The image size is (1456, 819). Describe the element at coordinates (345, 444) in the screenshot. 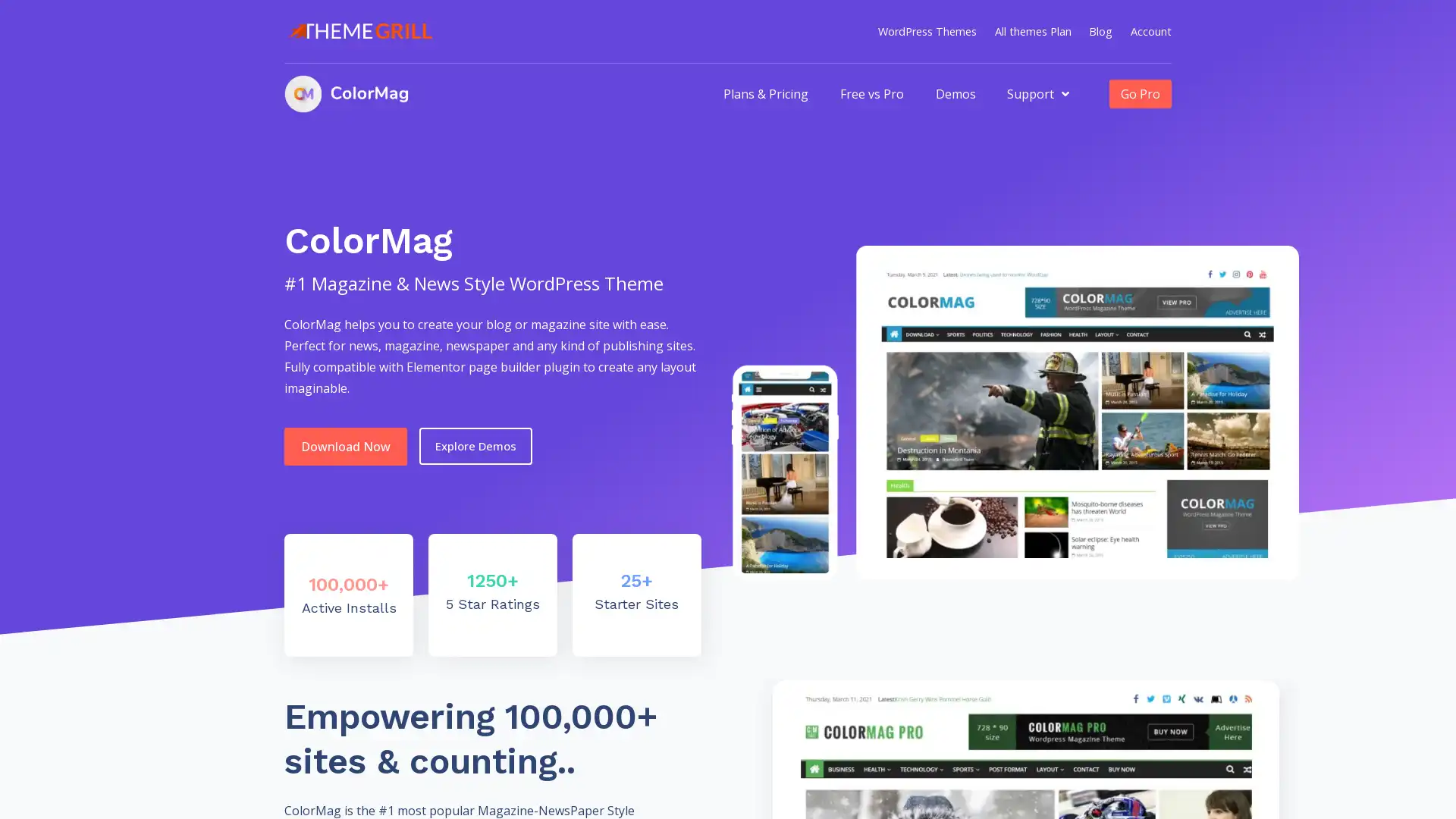

I see `Download Now` at that location.